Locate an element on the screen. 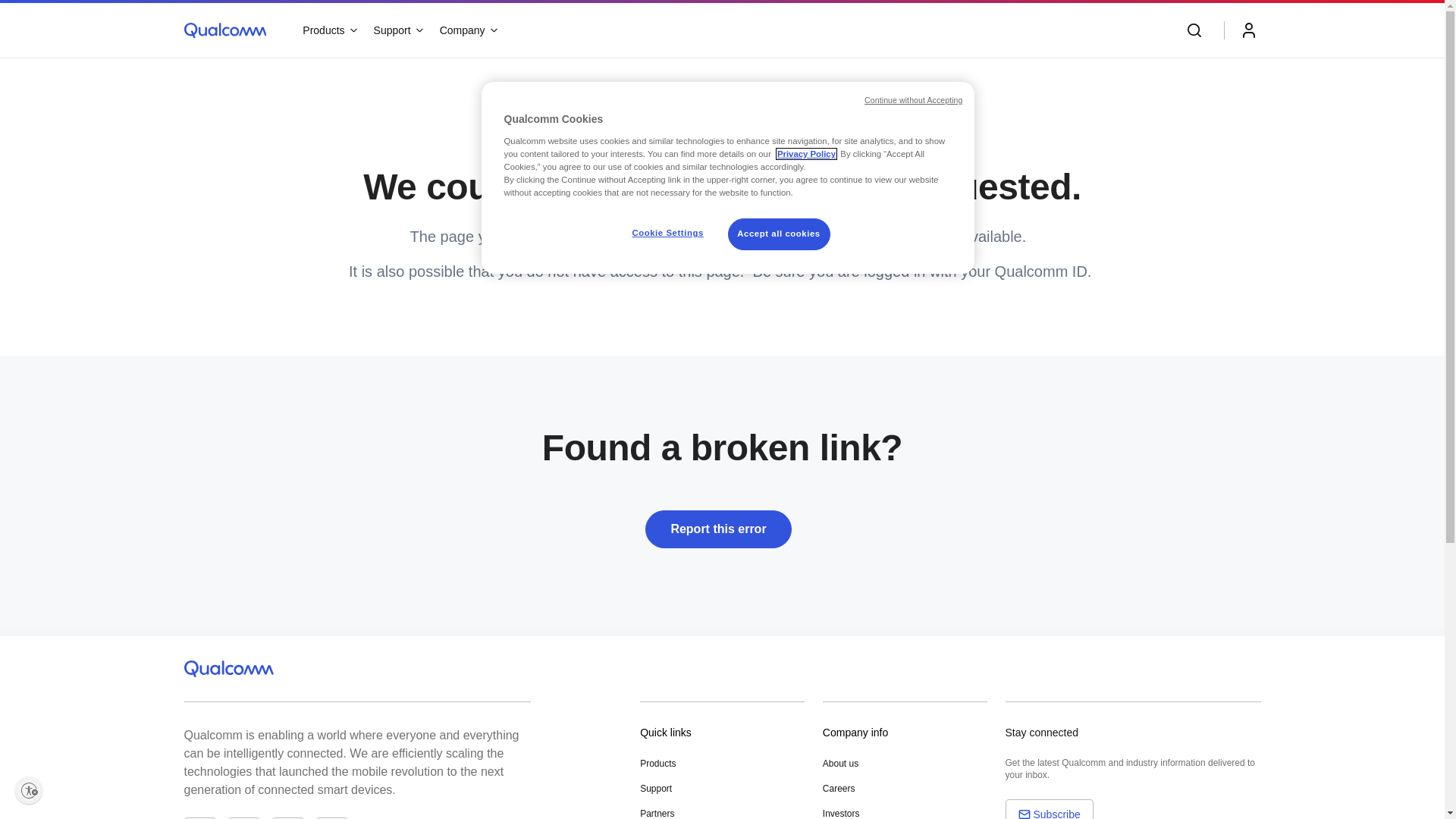  'Support' is located at coordinates (655, 788).